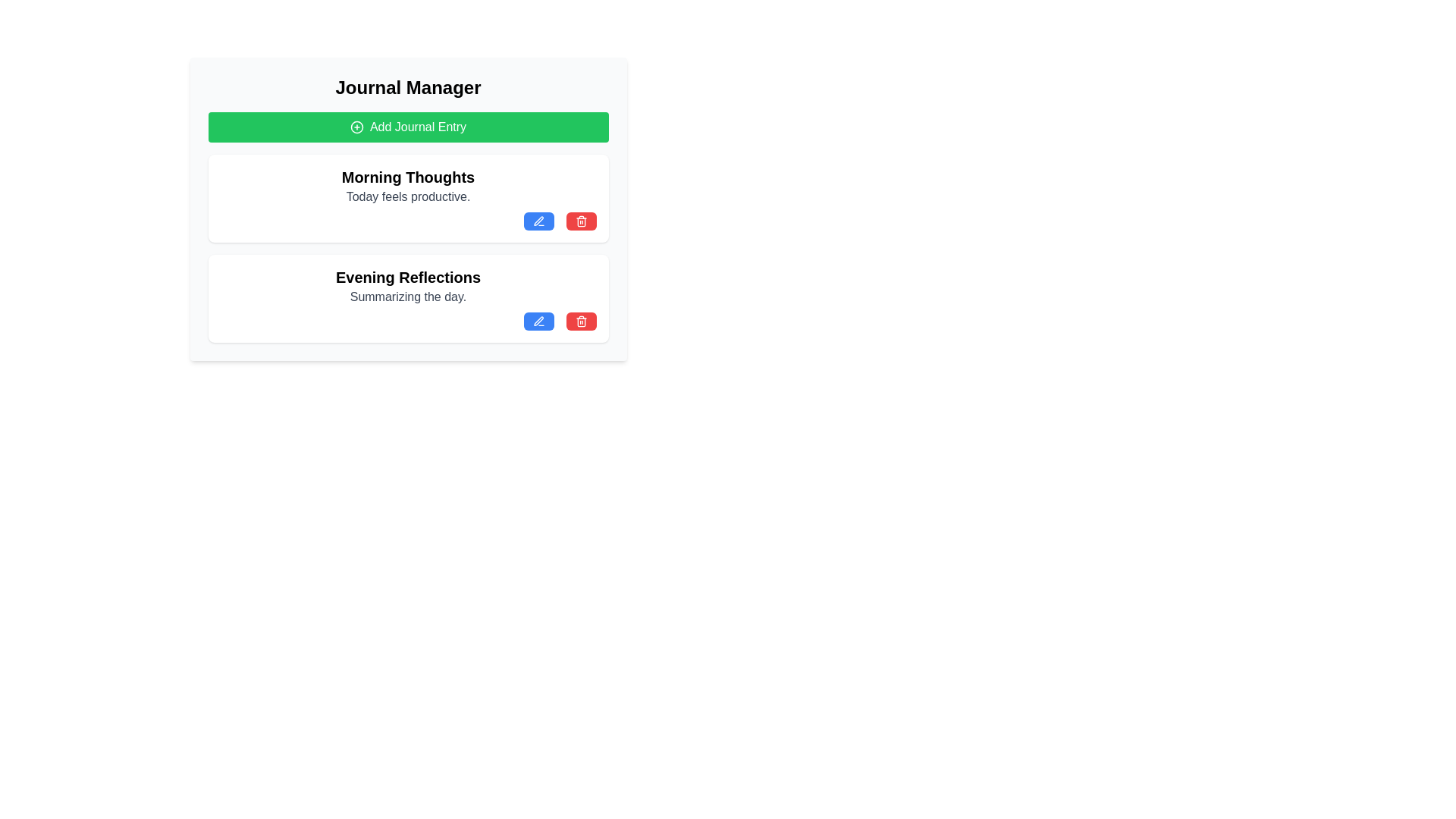 This screenshot has height=819, width=1456. I want to click on the delete icon associated with 'Evening Reflections', so click(580, 321).